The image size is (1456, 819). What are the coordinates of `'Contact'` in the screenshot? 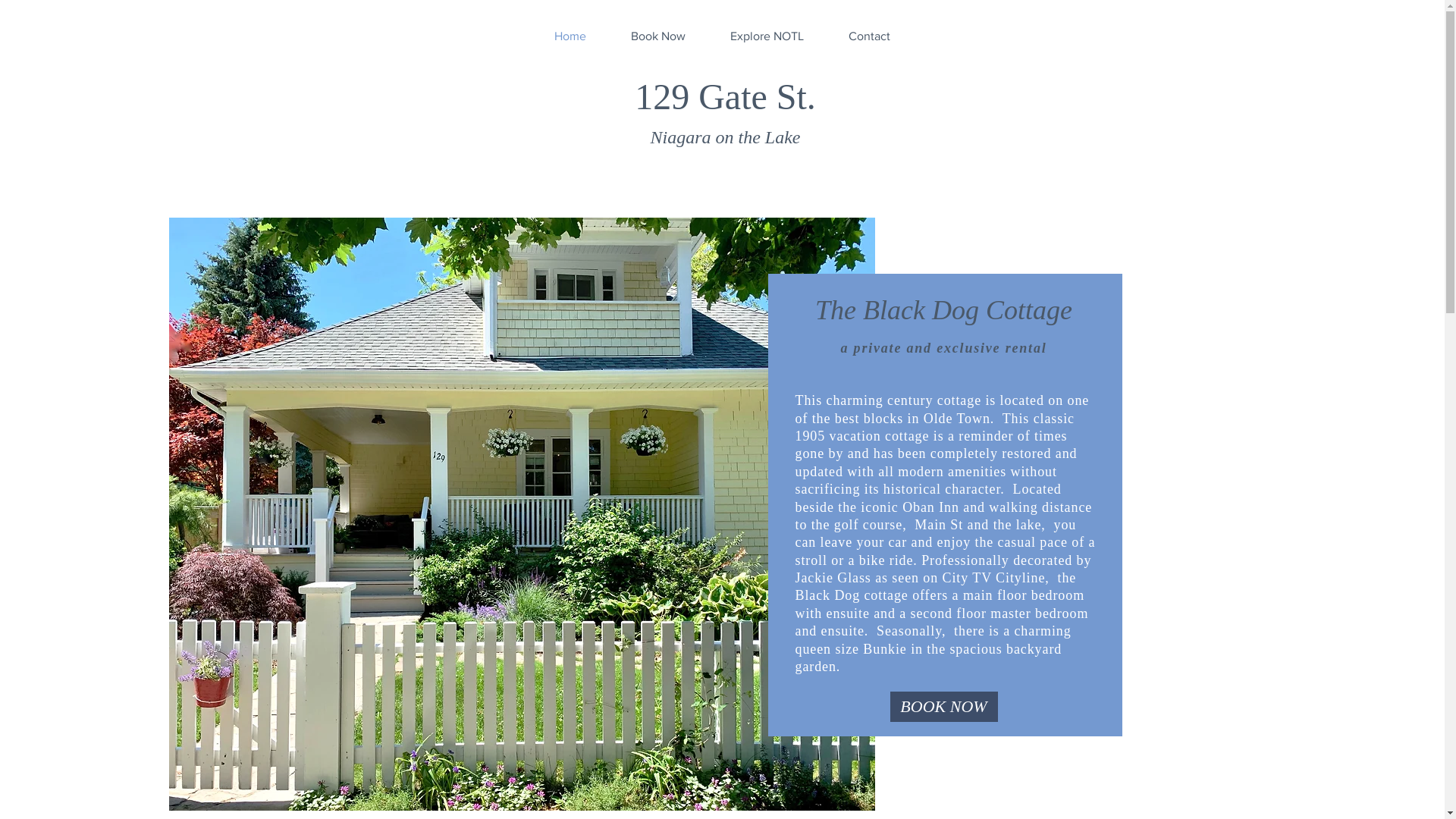 It's located at (825, 35).